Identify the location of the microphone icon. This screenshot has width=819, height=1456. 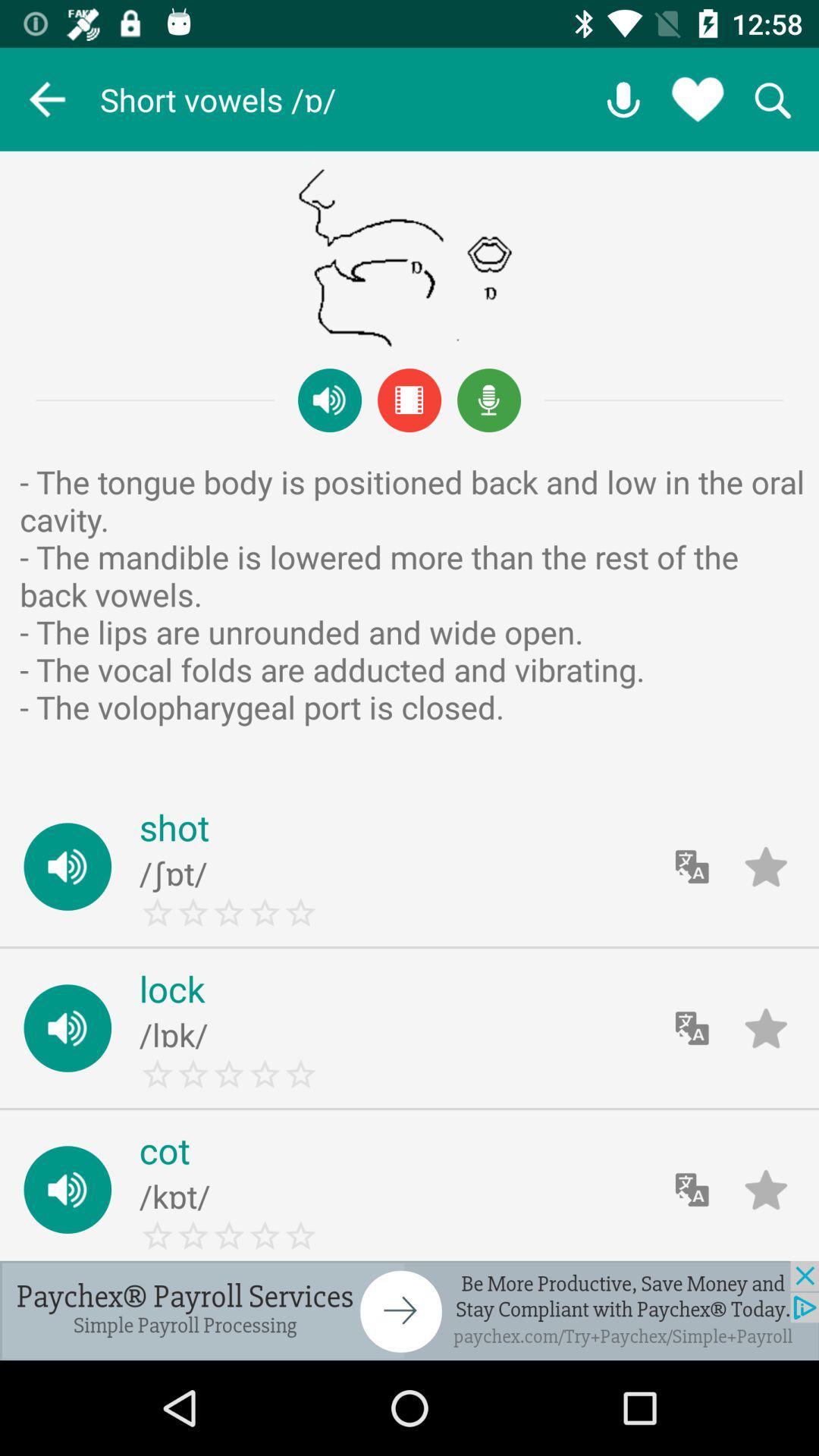
(623, 99).